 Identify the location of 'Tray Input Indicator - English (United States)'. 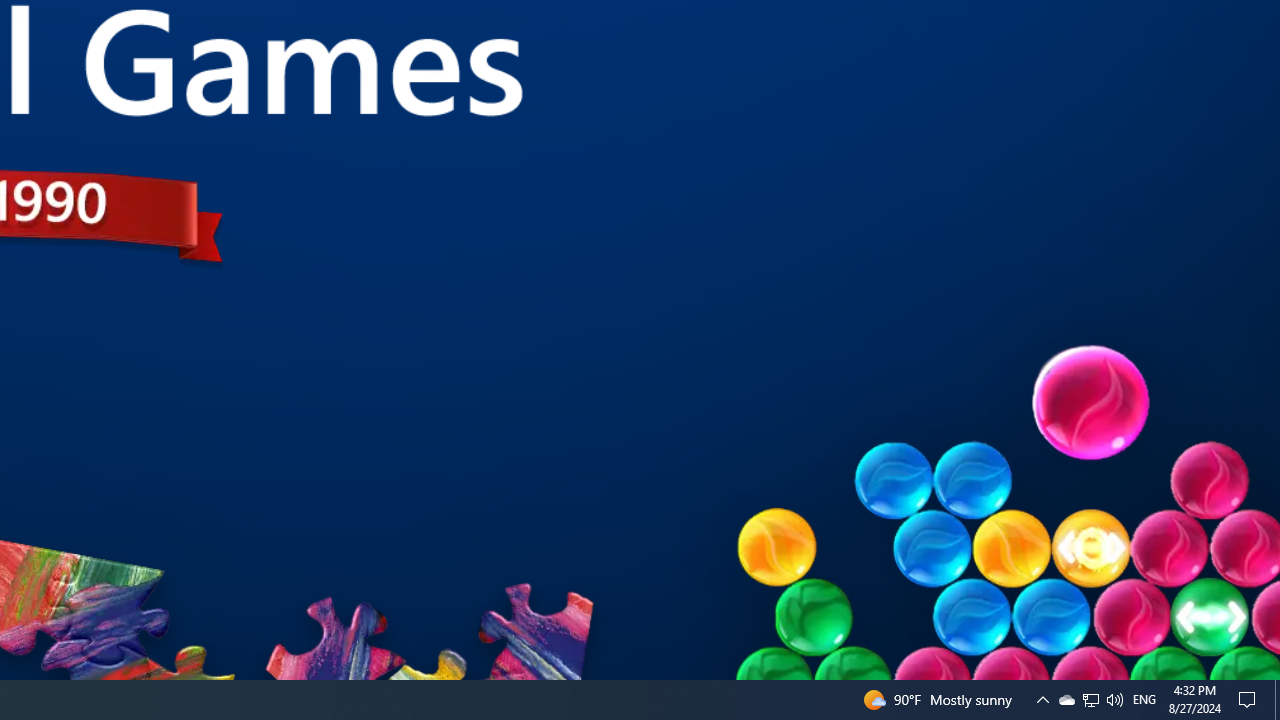
(1090, 698).